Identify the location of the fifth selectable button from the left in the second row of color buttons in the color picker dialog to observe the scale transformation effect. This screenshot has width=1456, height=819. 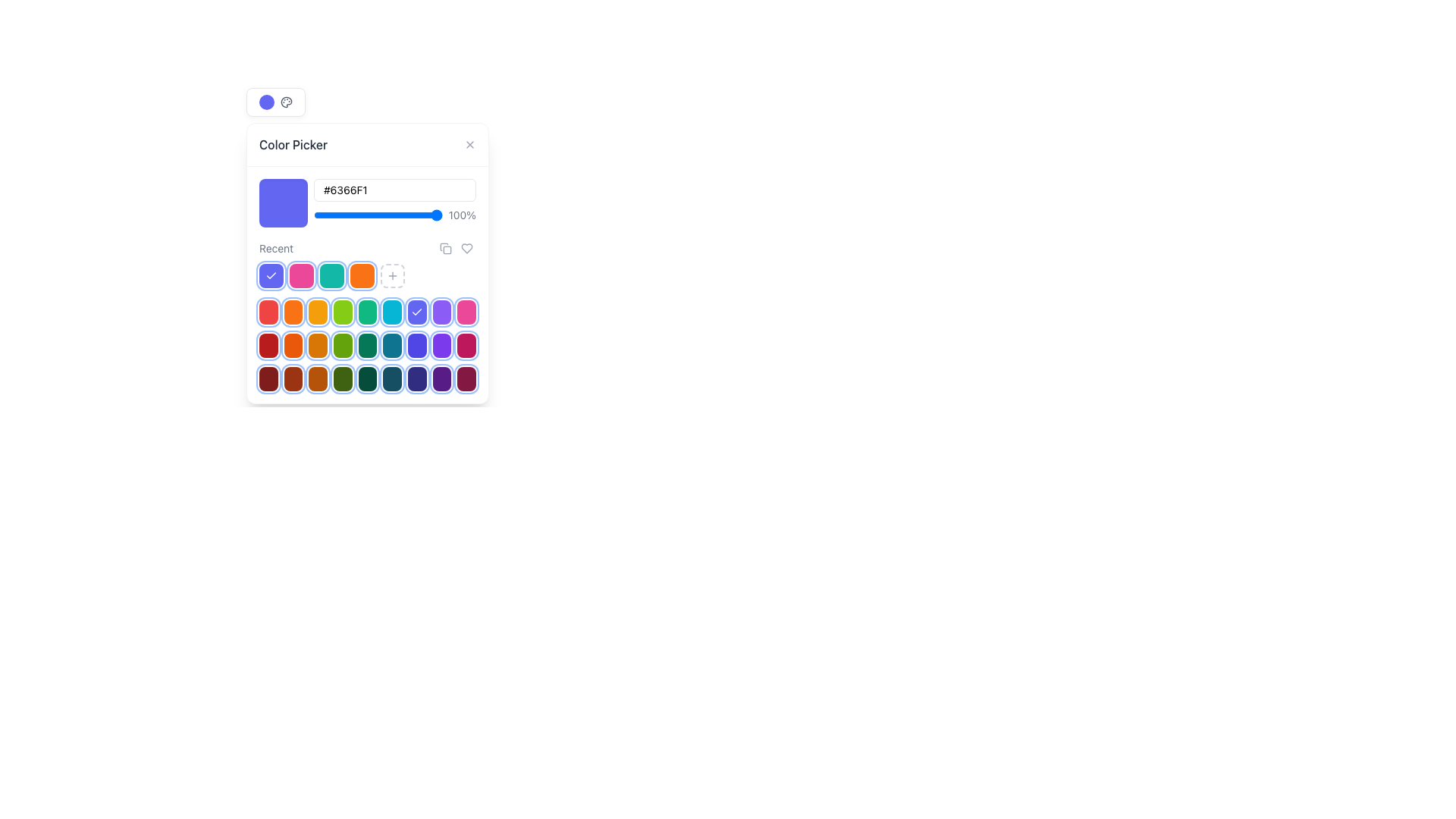
(367, 312).